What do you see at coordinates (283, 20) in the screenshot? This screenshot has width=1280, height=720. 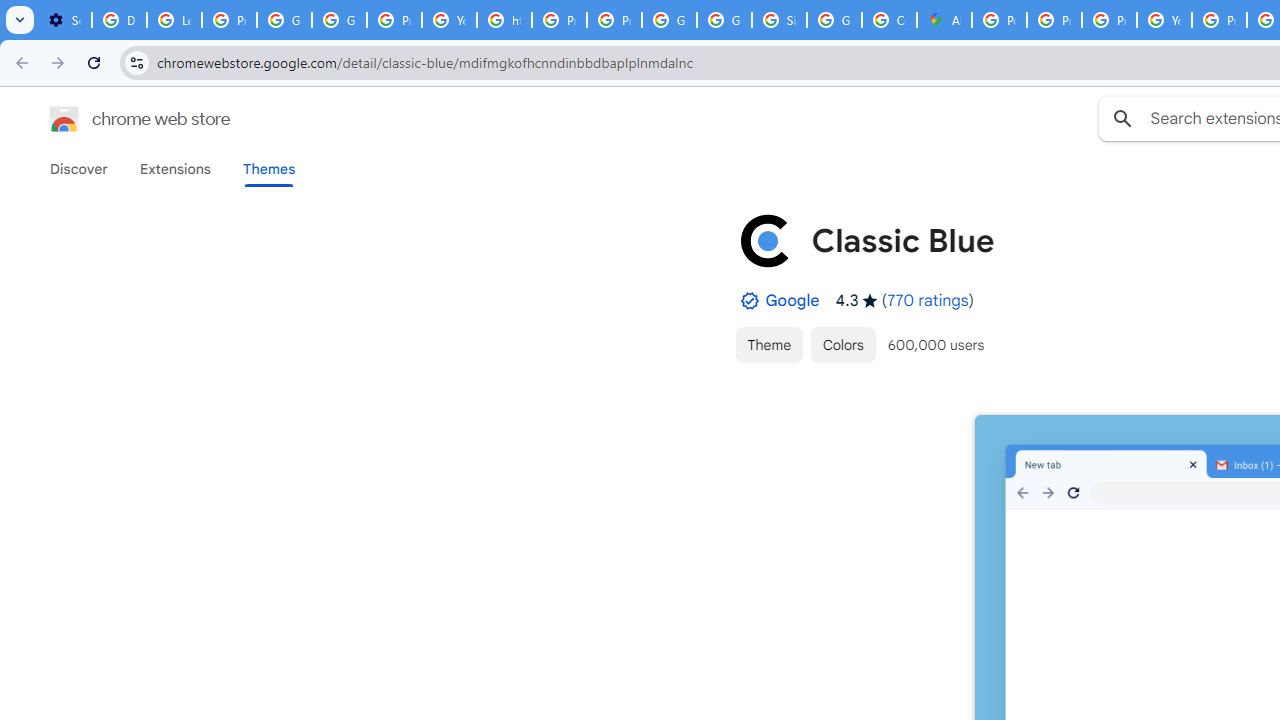 I see `'Google Account Help'` at bounding box center [283, 20].